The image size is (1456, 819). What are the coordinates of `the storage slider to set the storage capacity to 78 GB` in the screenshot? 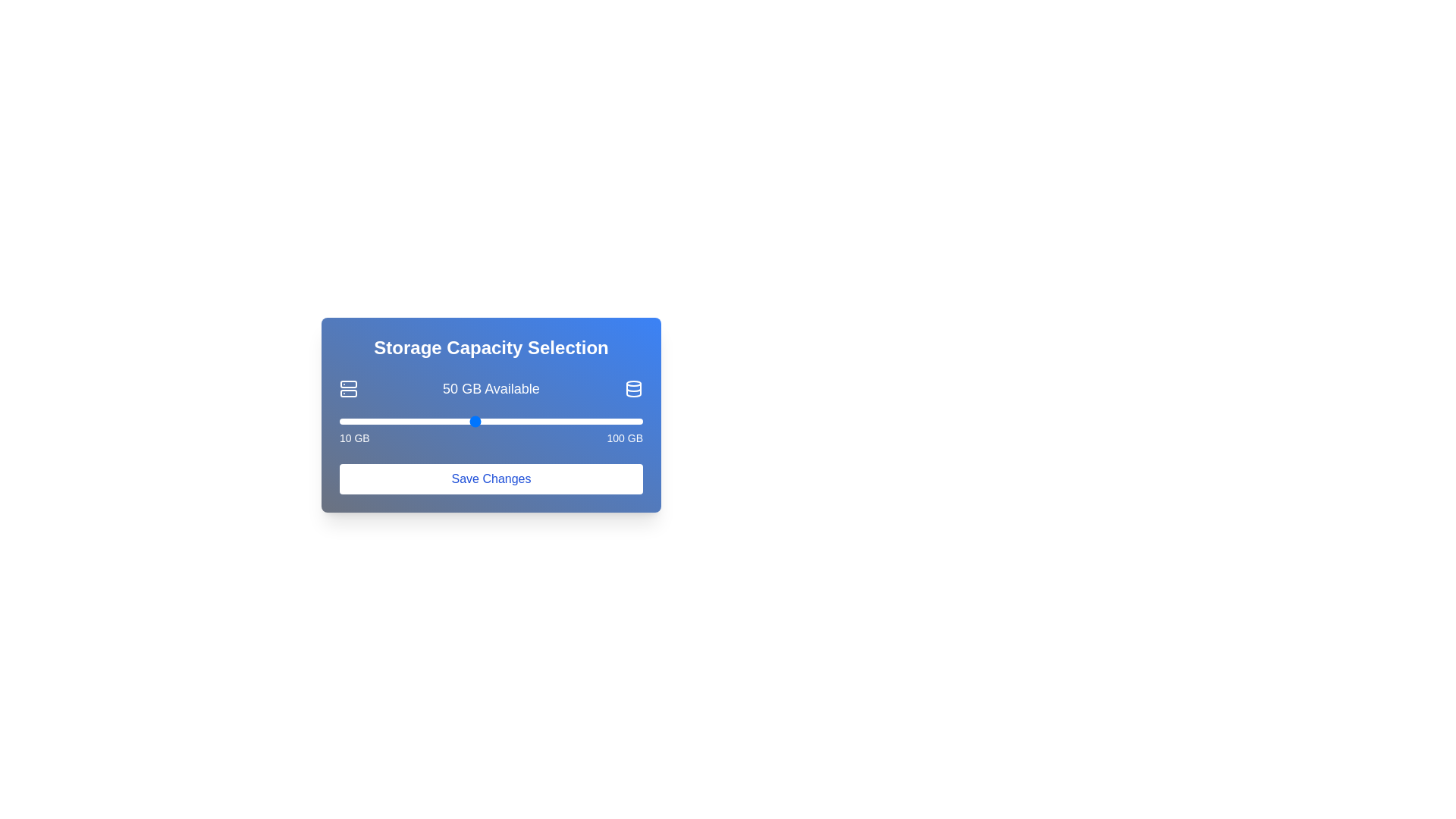 It's located at (568, 421).